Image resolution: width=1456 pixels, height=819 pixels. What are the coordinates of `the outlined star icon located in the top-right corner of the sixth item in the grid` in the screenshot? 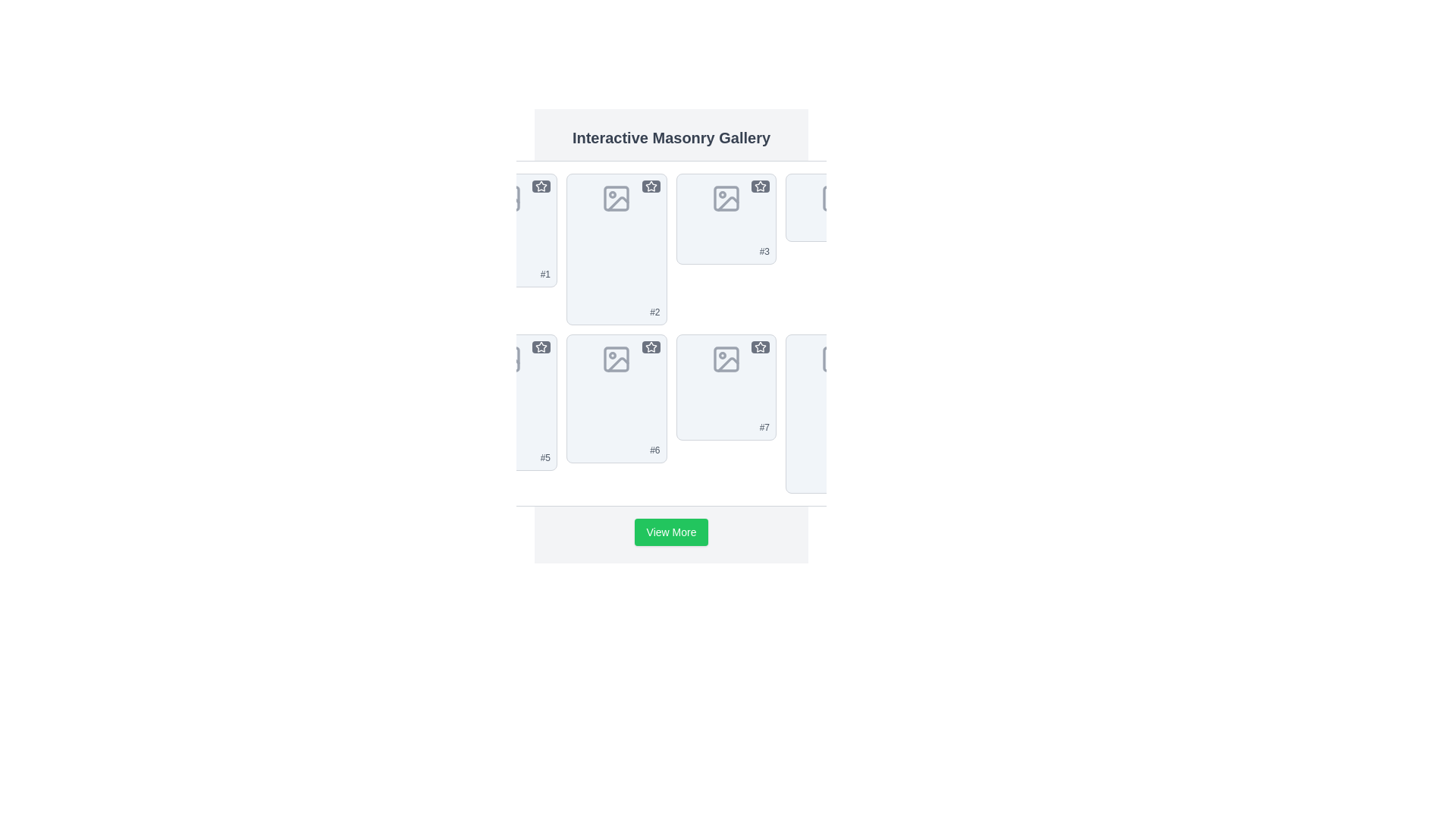 It's located at (651, 347).